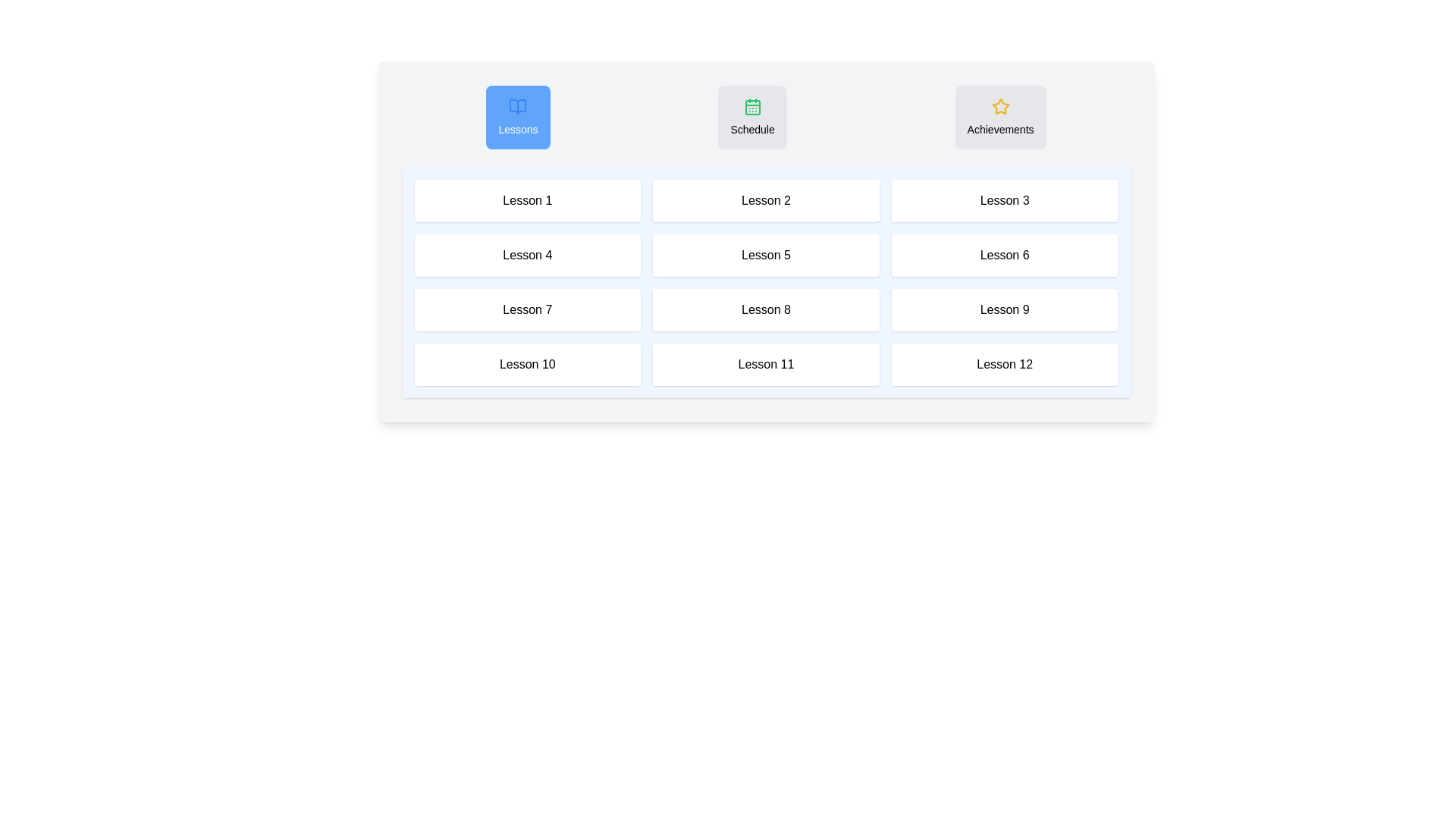 This screenshot has height=819, width=1456. I want to click on the Schedule tab by clicking on its button, so click(752, 116).